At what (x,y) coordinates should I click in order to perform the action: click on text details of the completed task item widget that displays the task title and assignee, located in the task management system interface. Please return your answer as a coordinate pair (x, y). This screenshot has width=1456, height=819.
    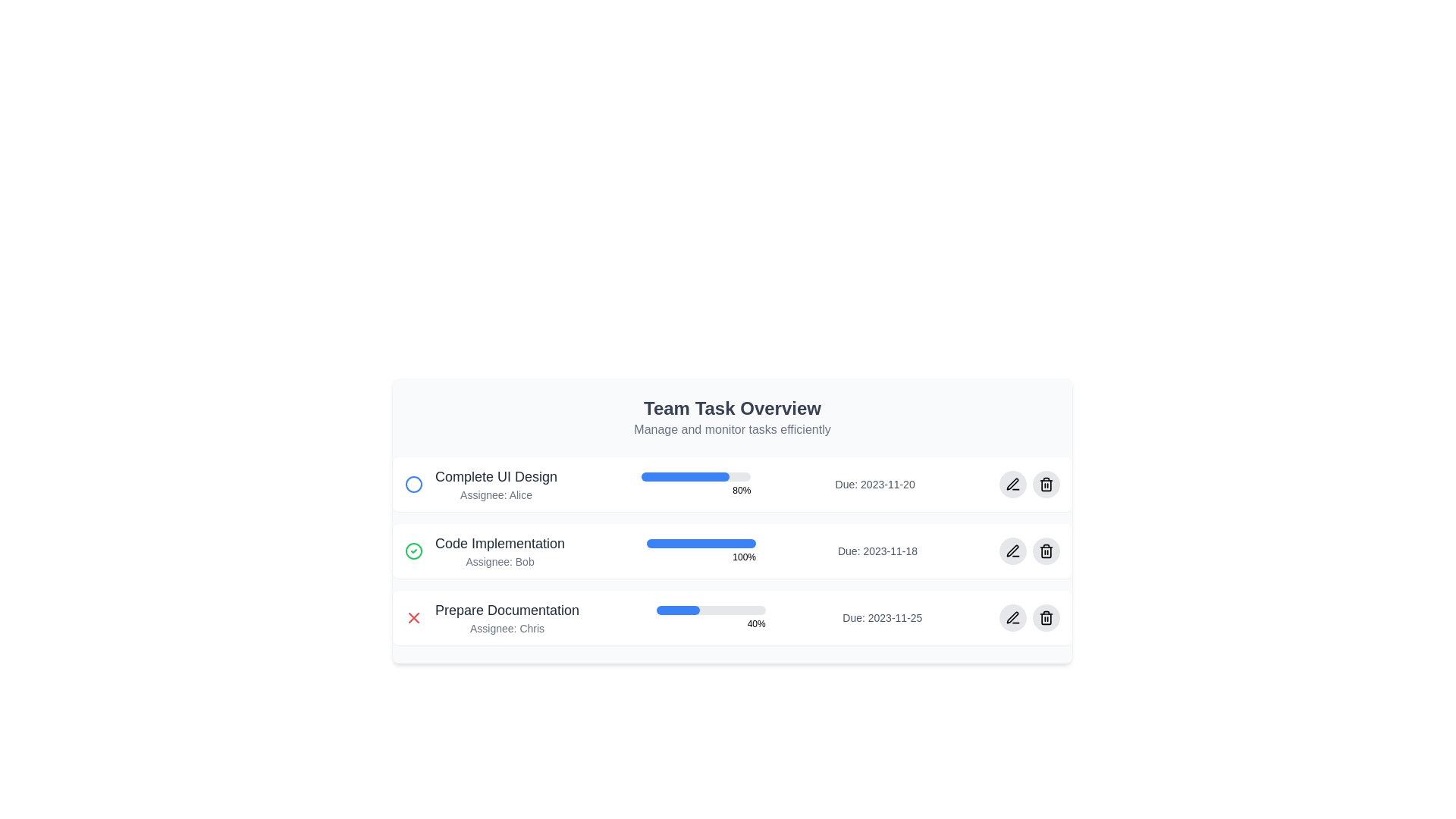
    Looking at the image, I should click on (484, 551).